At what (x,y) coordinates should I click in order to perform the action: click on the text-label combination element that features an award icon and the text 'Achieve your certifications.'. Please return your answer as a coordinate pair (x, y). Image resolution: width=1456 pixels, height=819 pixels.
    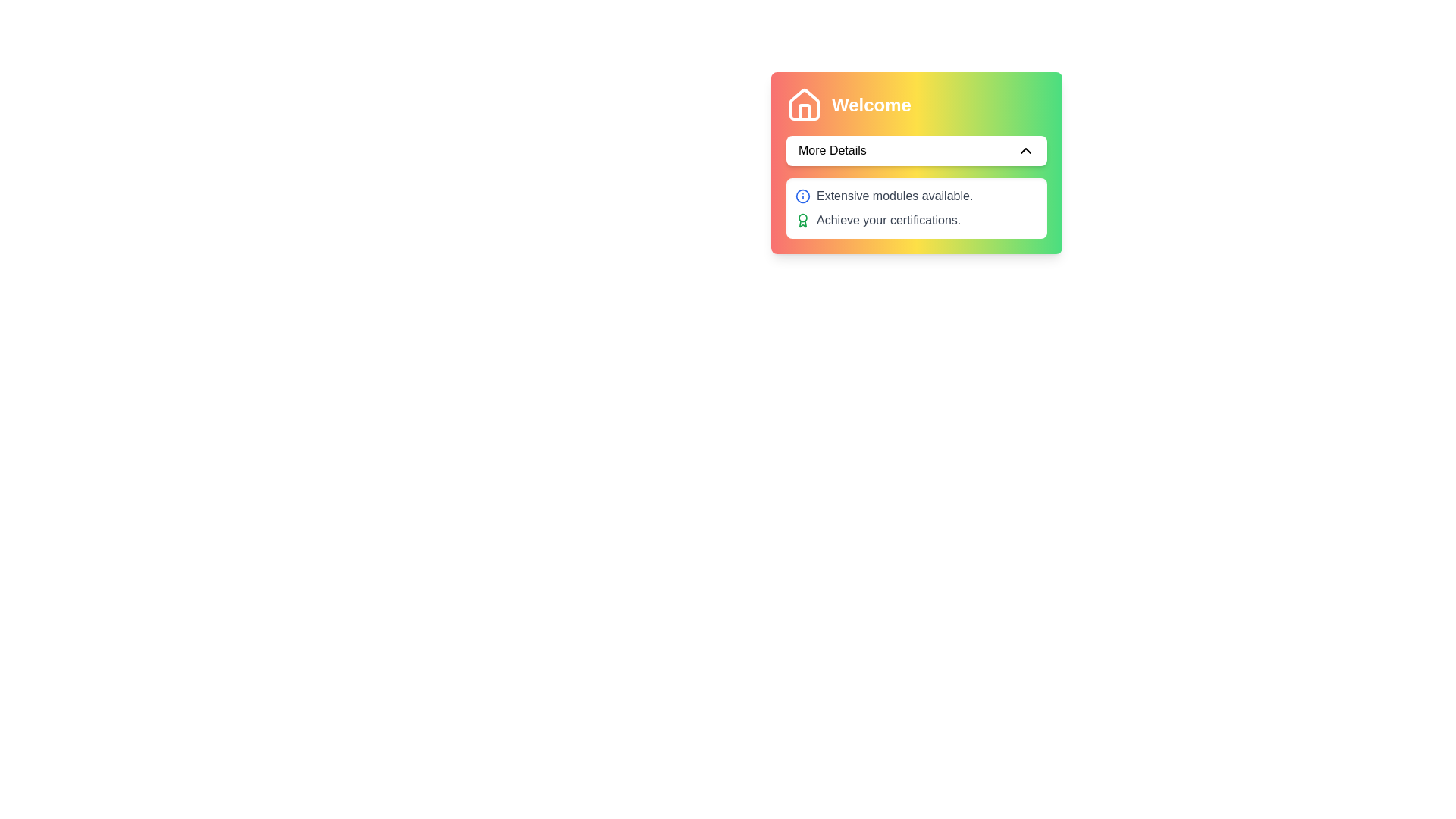
    Looking at the image, I should click on (916, 220).